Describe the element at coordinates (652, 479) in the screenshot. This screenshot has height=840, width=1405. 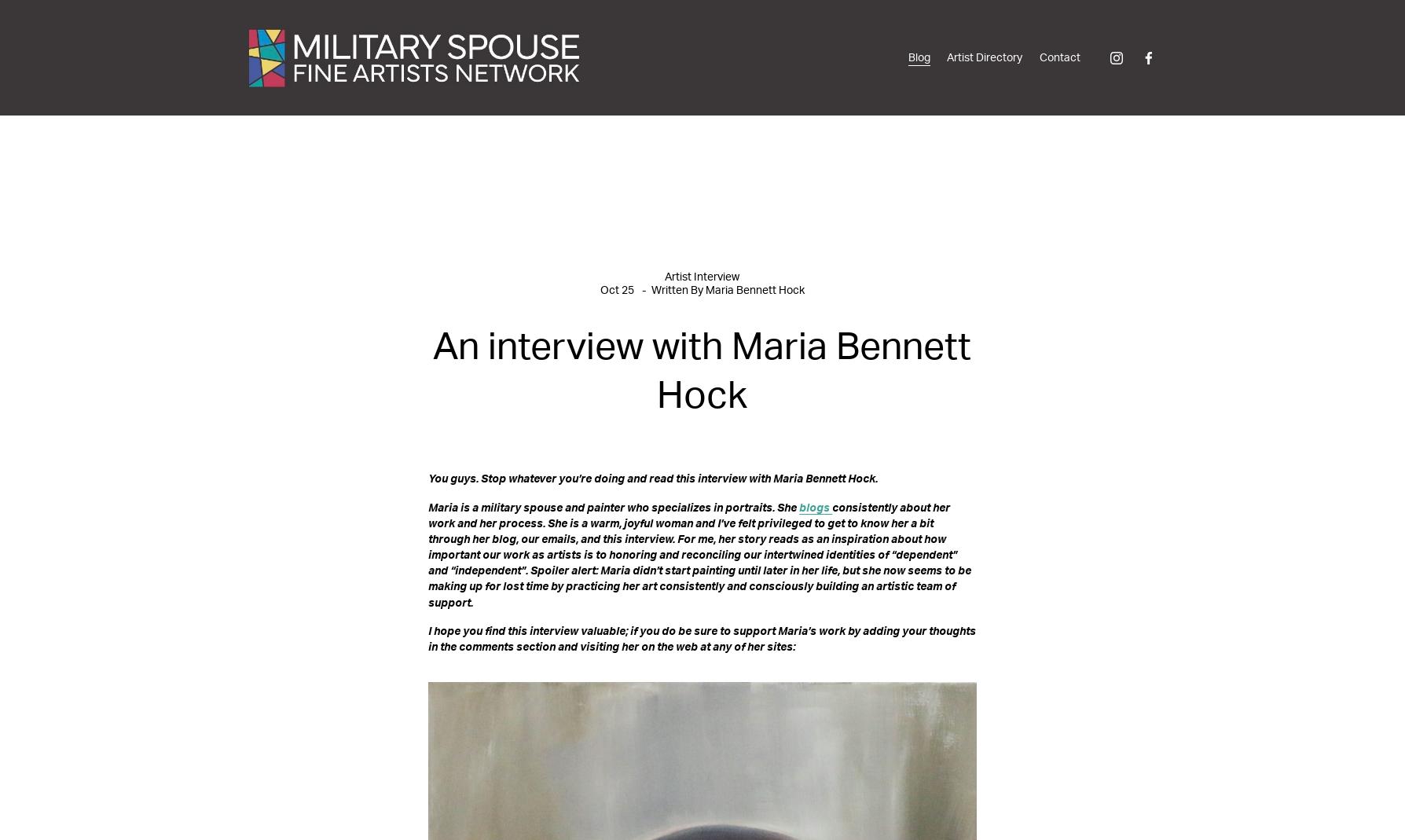
I see `'You guys. Stop whatever you’re doing and read this interview with Maria Bennett Hock.'` at that location.